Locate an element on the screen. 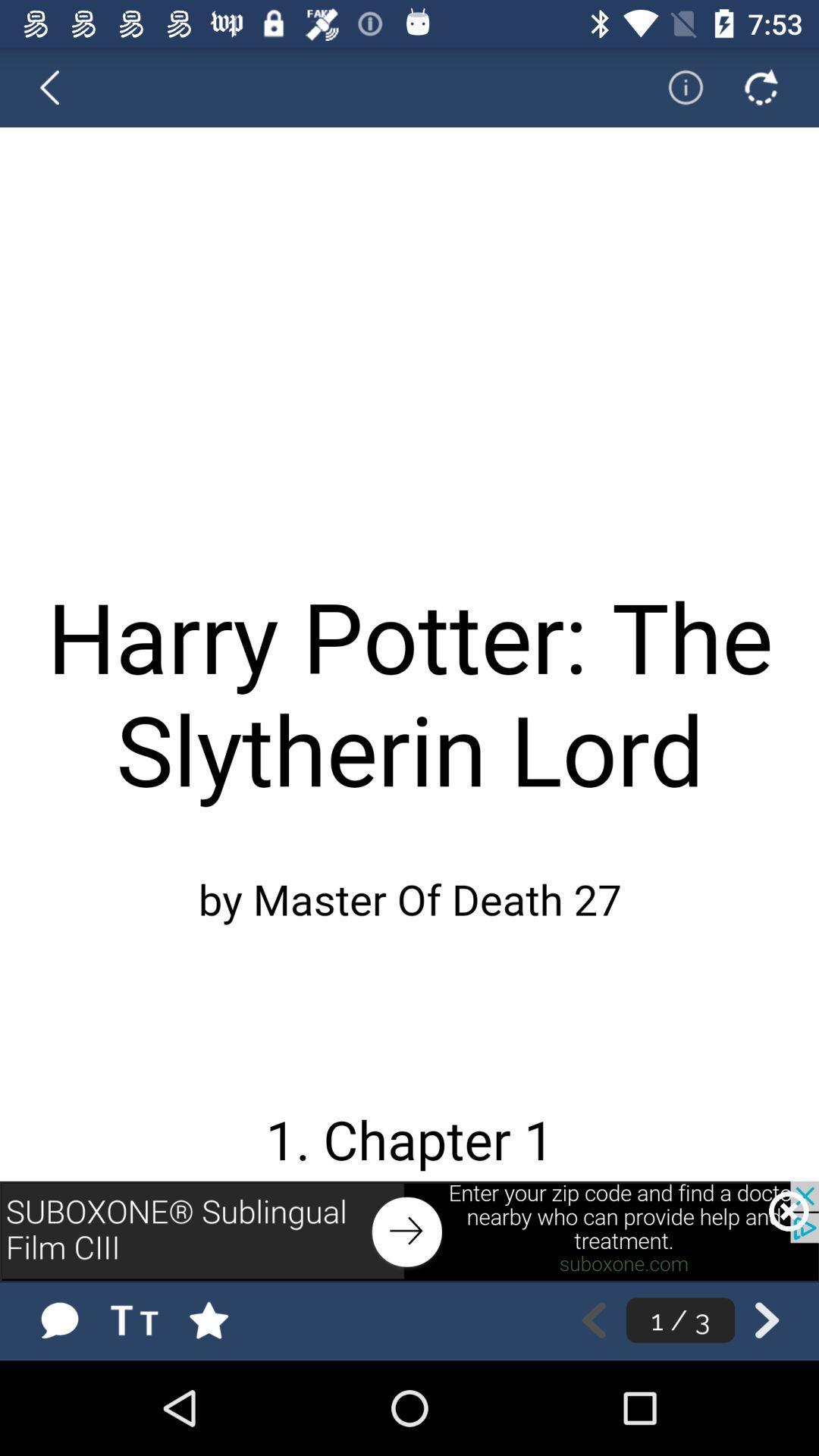  the refresh icon is located at coordinates (761, 86).